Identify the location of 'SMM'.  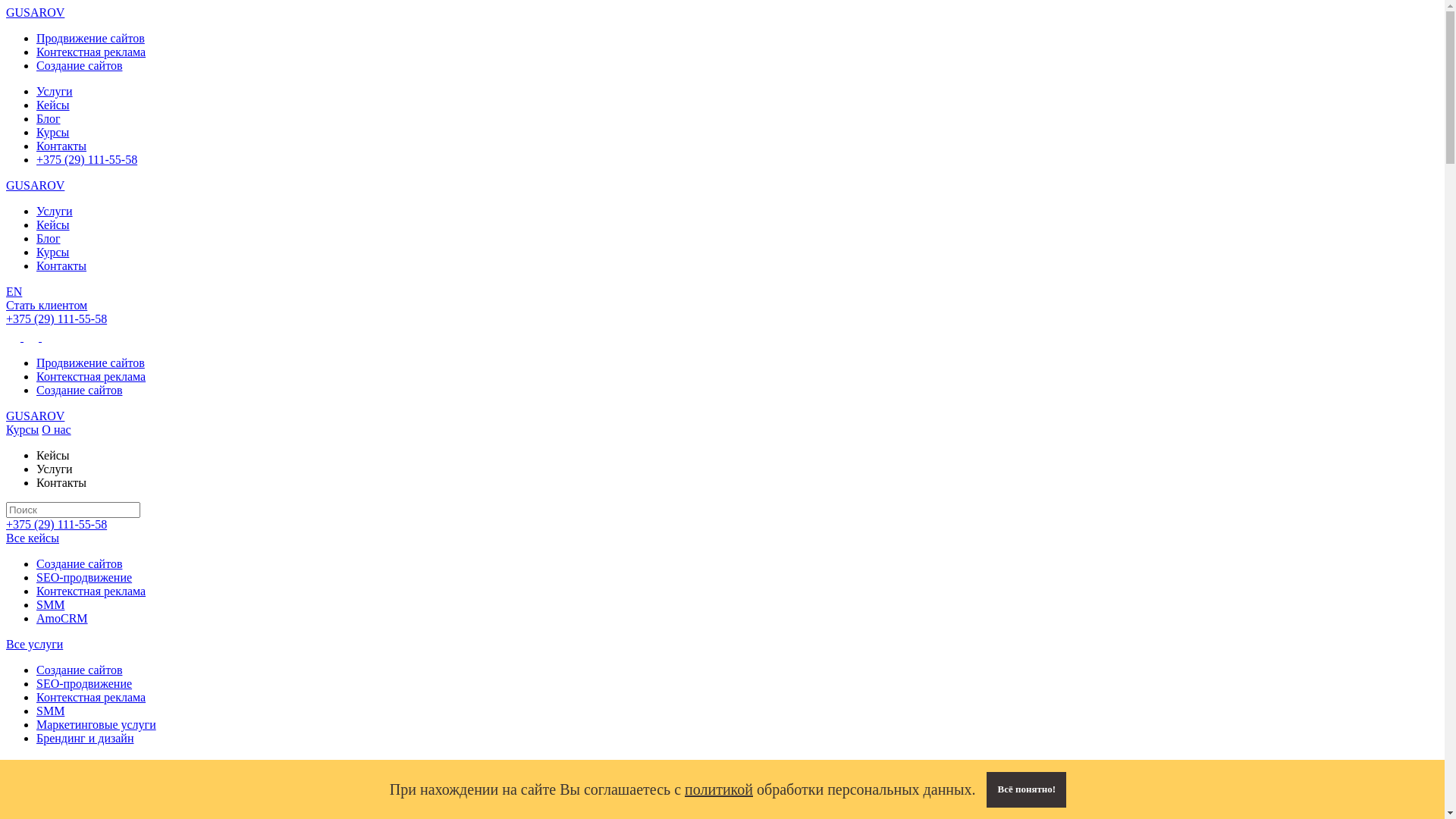
(50, 604).